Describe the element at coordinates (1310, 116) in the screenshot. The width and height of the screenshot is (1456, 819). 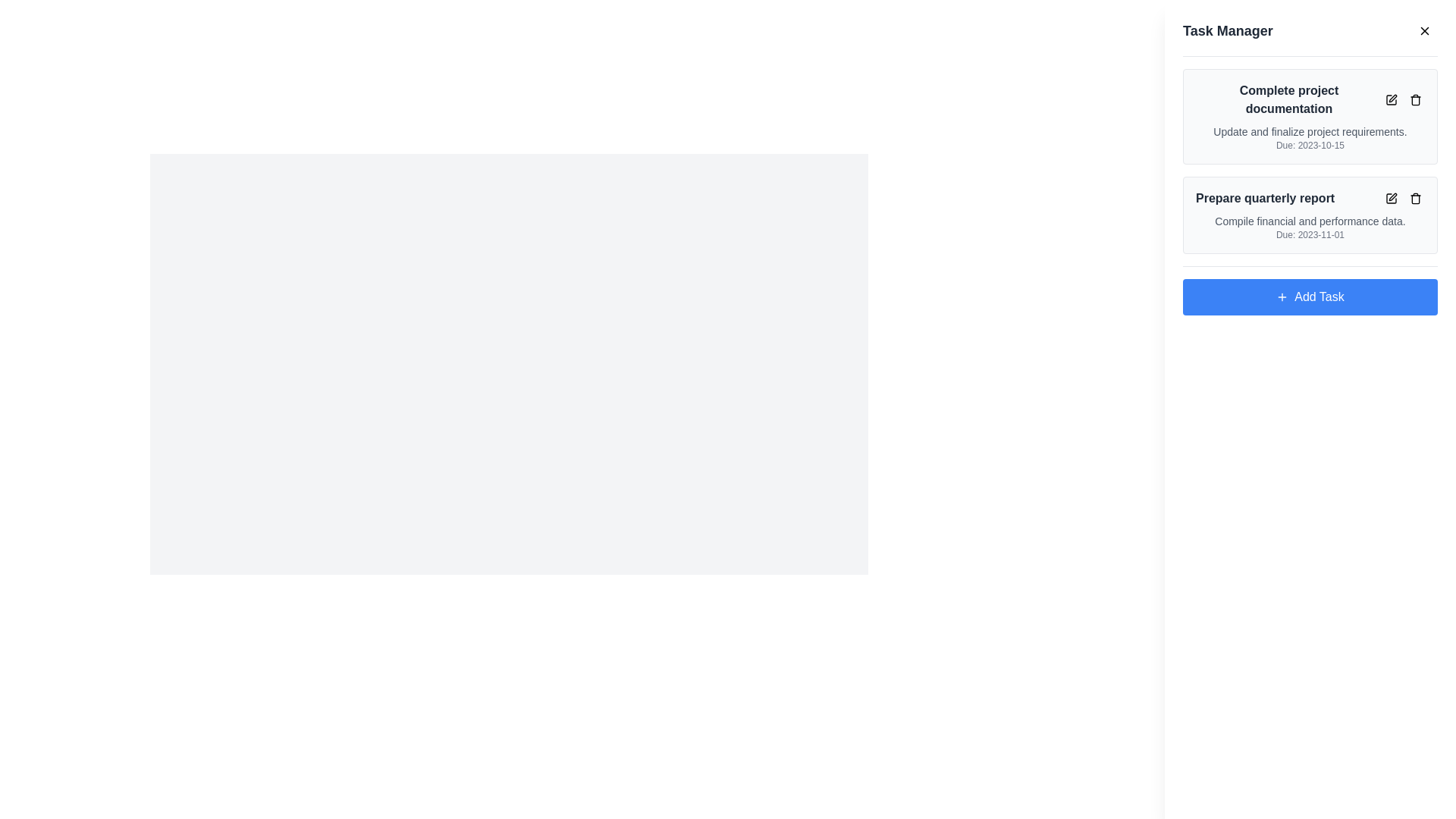
I see `details of the task displayed on the task card located at the top of the 'Task Manager' section` at that location.